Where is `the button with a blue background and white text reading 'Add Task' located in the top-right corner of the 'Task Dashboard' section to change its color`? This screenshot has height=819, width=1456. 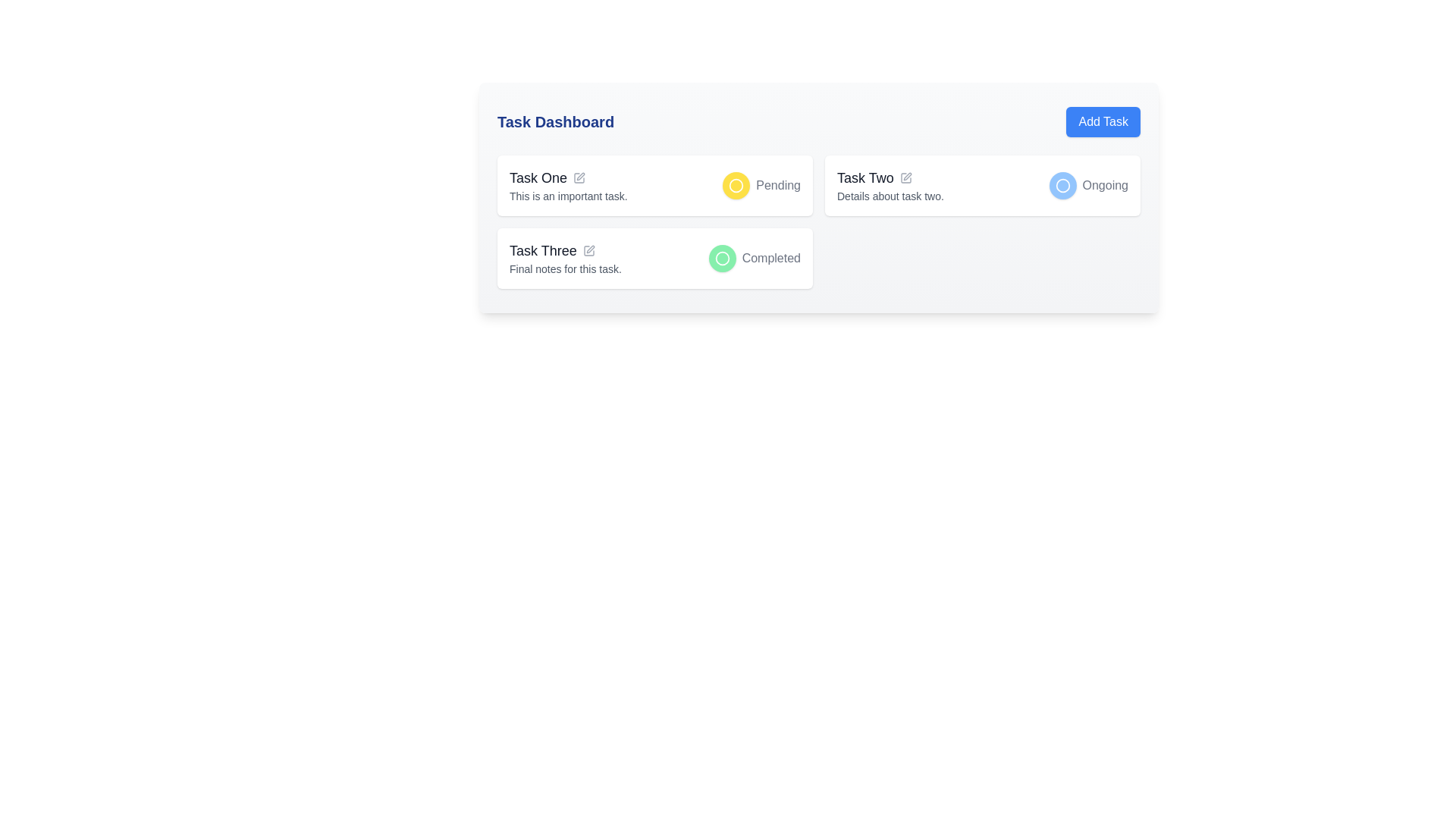
the button with a blue background and white text reading 'Add Task' located in the top-right corner of the 'Task Dashboard' section to change its color is located at coordinates (1103, 121).